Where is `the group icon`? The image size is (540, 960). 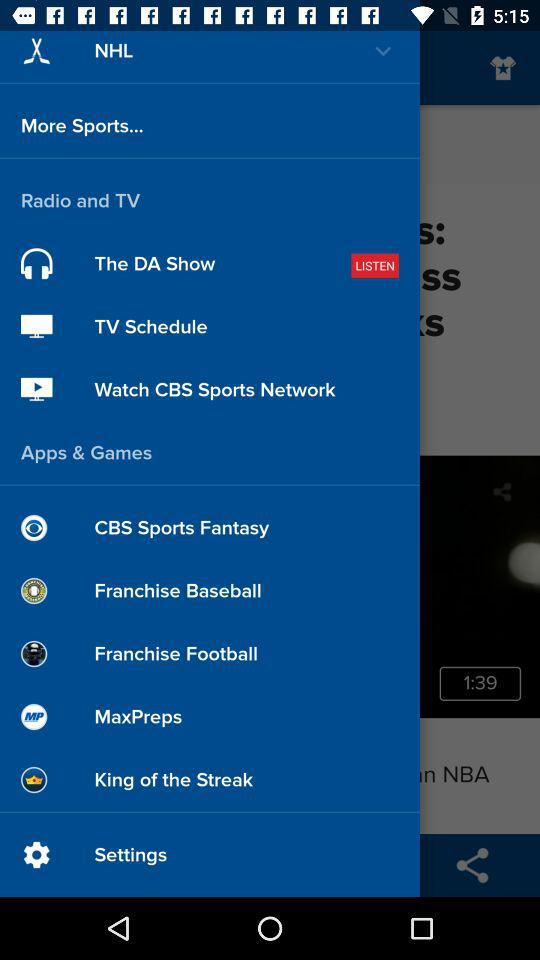
the group icon is located at coordinates (202, 864).